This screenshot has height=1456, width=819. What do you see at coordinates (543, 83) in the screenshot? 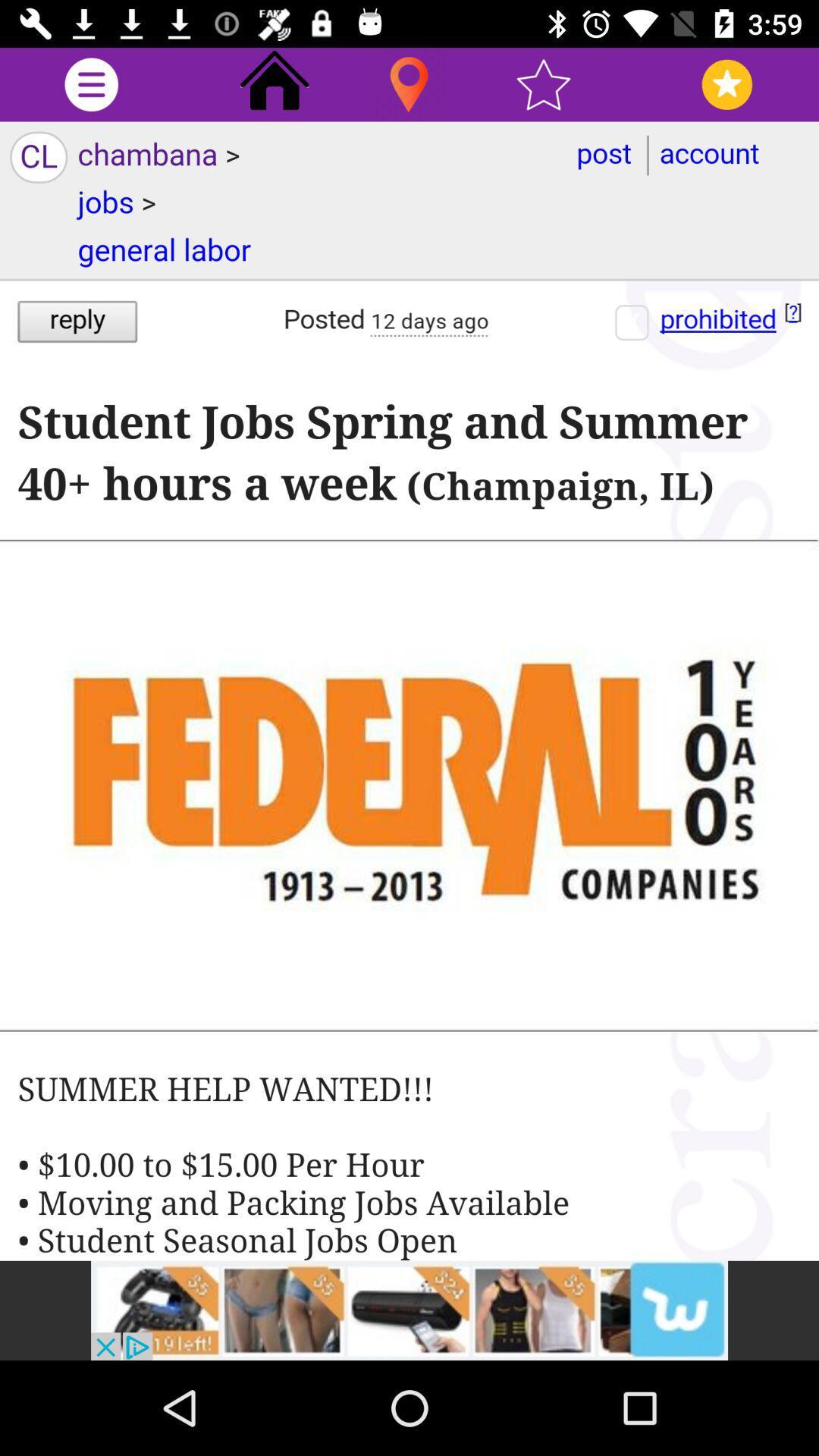
I see `the star icon` at bounding box center [543, 83].